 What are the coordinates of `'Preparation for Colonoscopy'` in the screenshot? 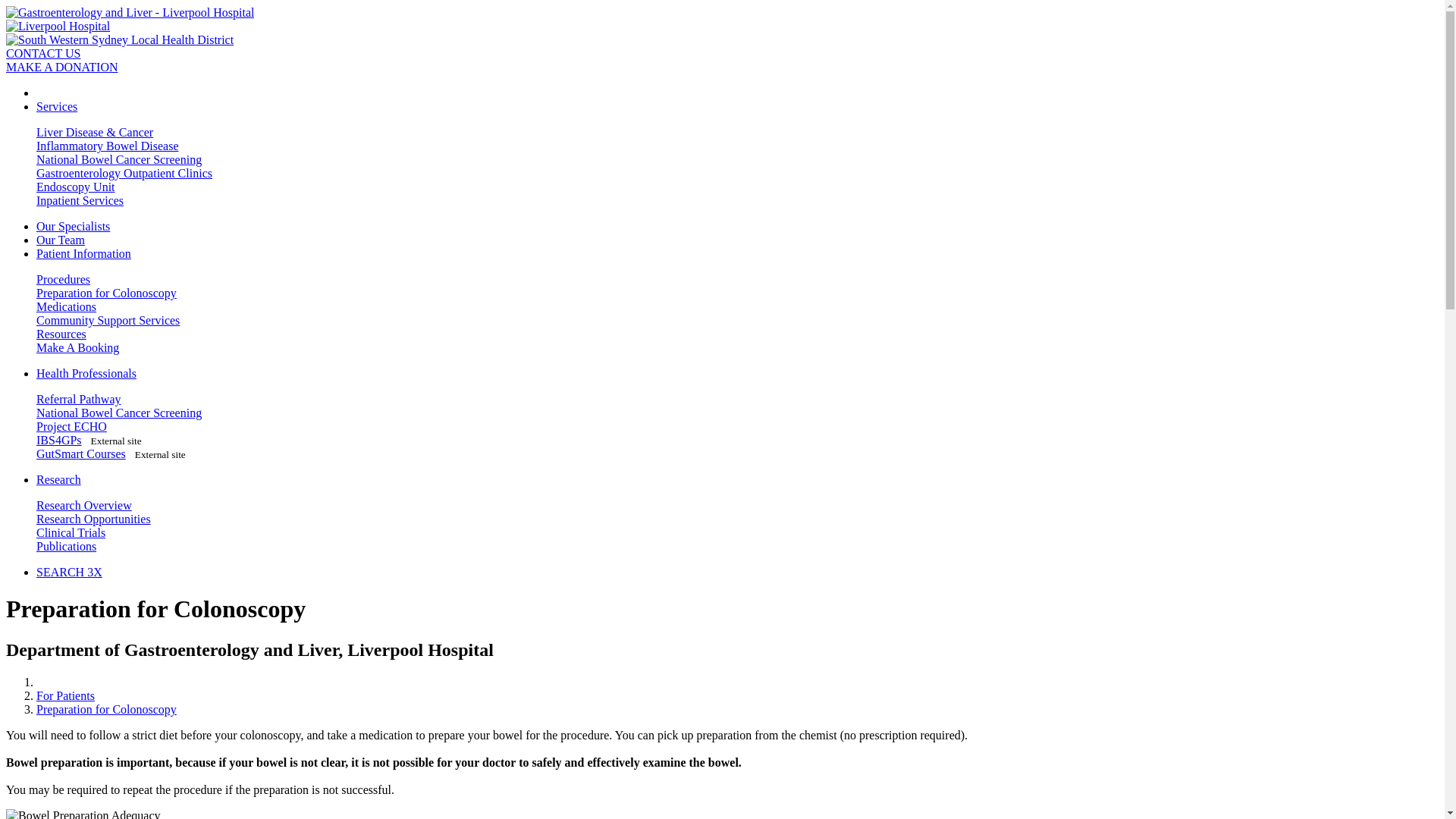 It's located at (105, 709).